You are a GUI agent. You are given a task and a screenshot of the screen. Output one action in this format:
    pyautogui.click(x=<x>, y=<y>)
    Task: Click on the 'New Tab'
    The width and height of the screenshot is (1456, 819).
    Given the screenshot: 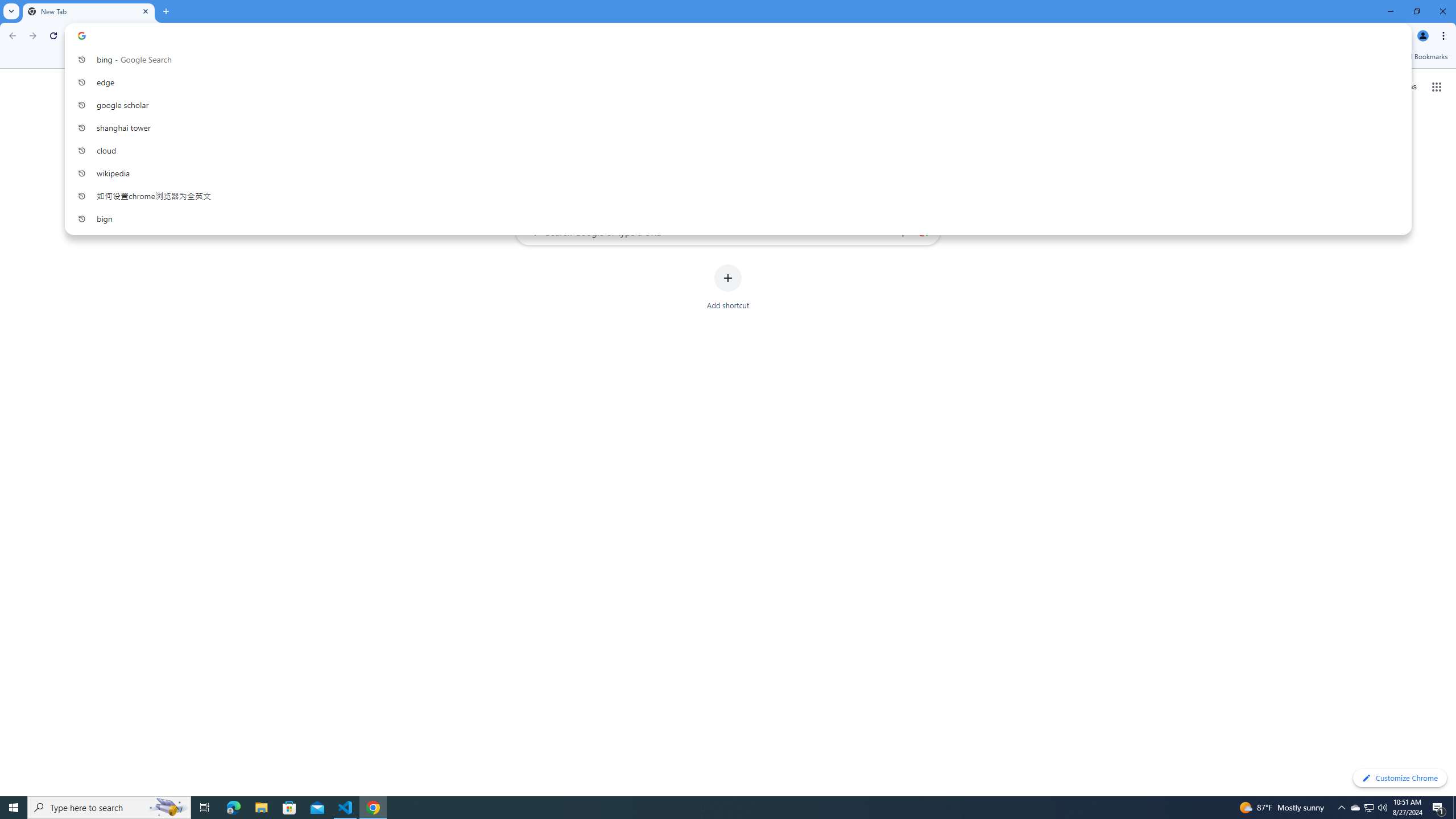 What is the action you would take?
    pyautogui.click(x=88, y=11)
    